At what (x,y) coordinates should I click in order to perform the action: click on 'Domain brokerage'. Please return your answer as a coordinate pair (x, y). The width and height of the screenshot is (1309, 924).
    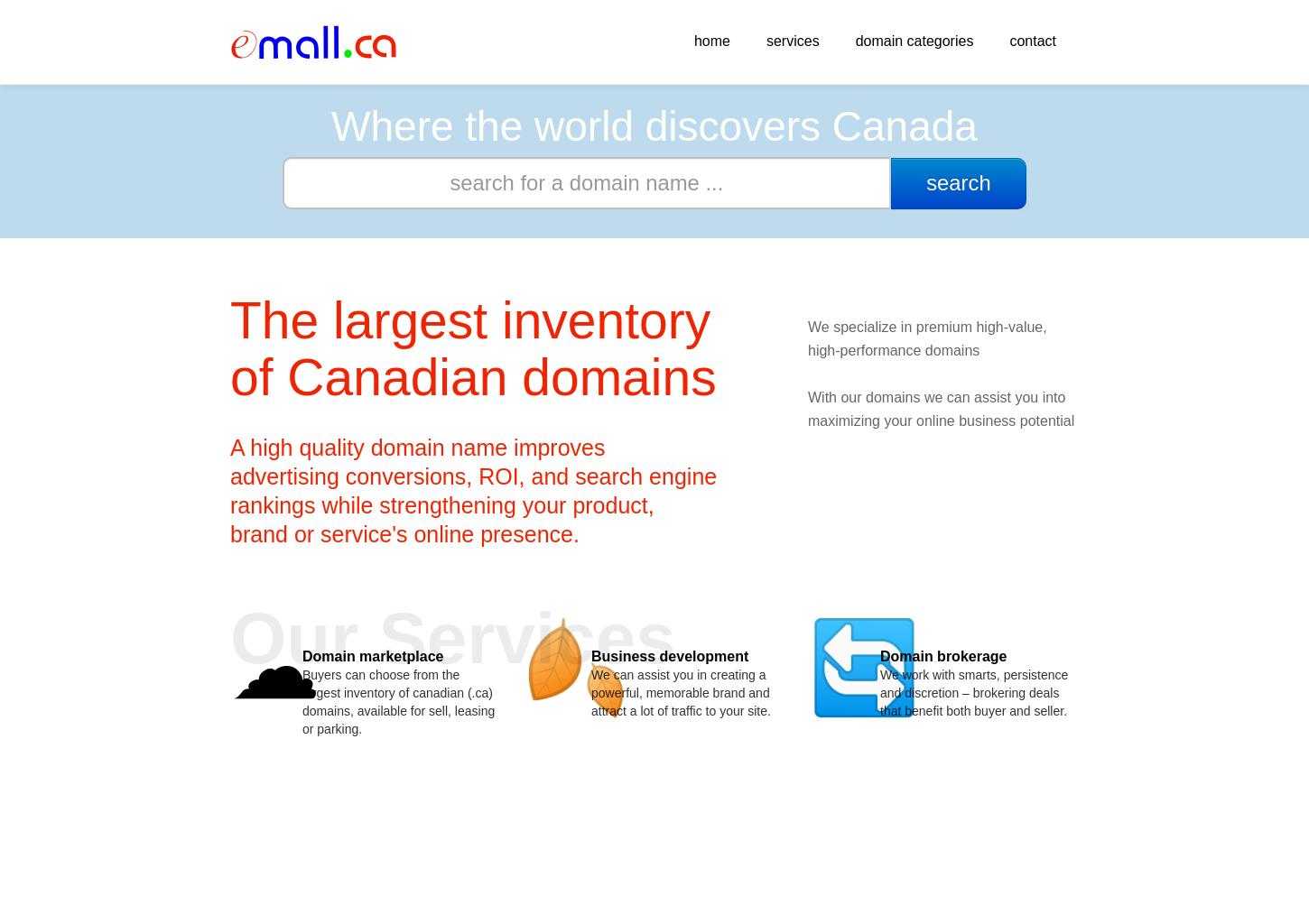
    Looking at the image, I should click on (943, 655).